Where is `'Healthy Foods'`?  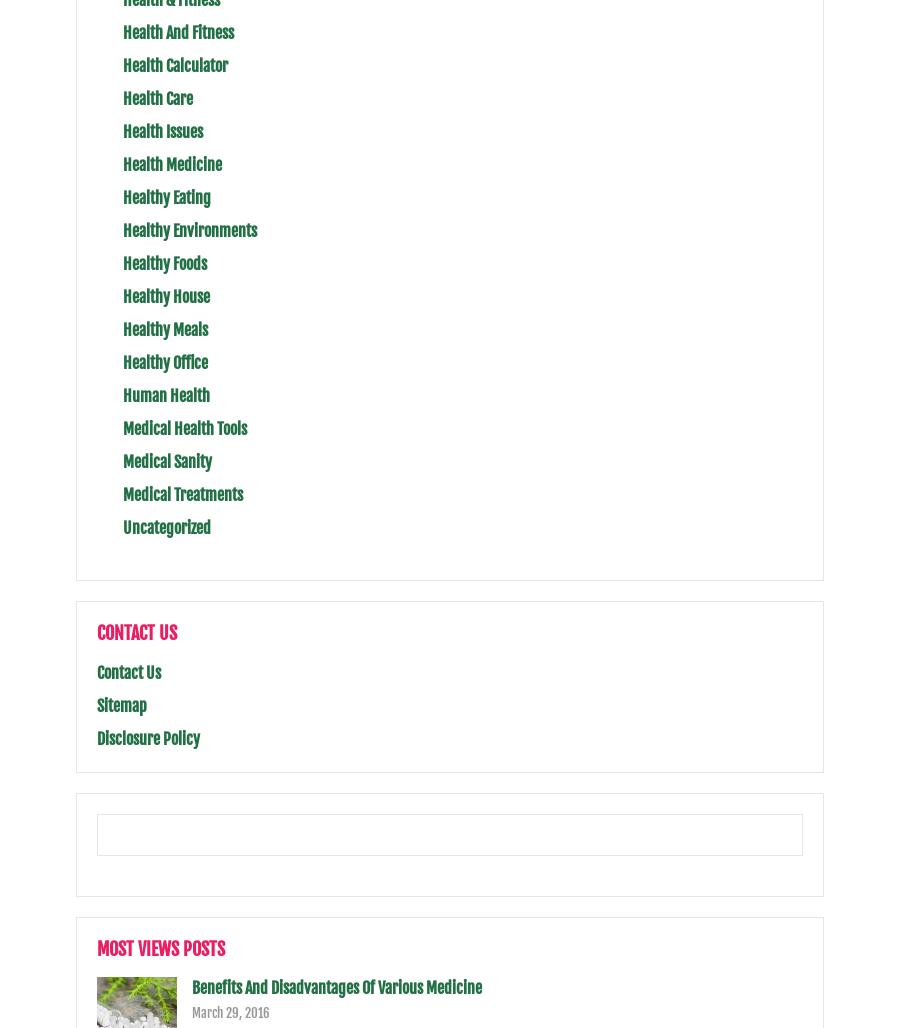
'Healthy Foods' is located at coordinates (163, 262).